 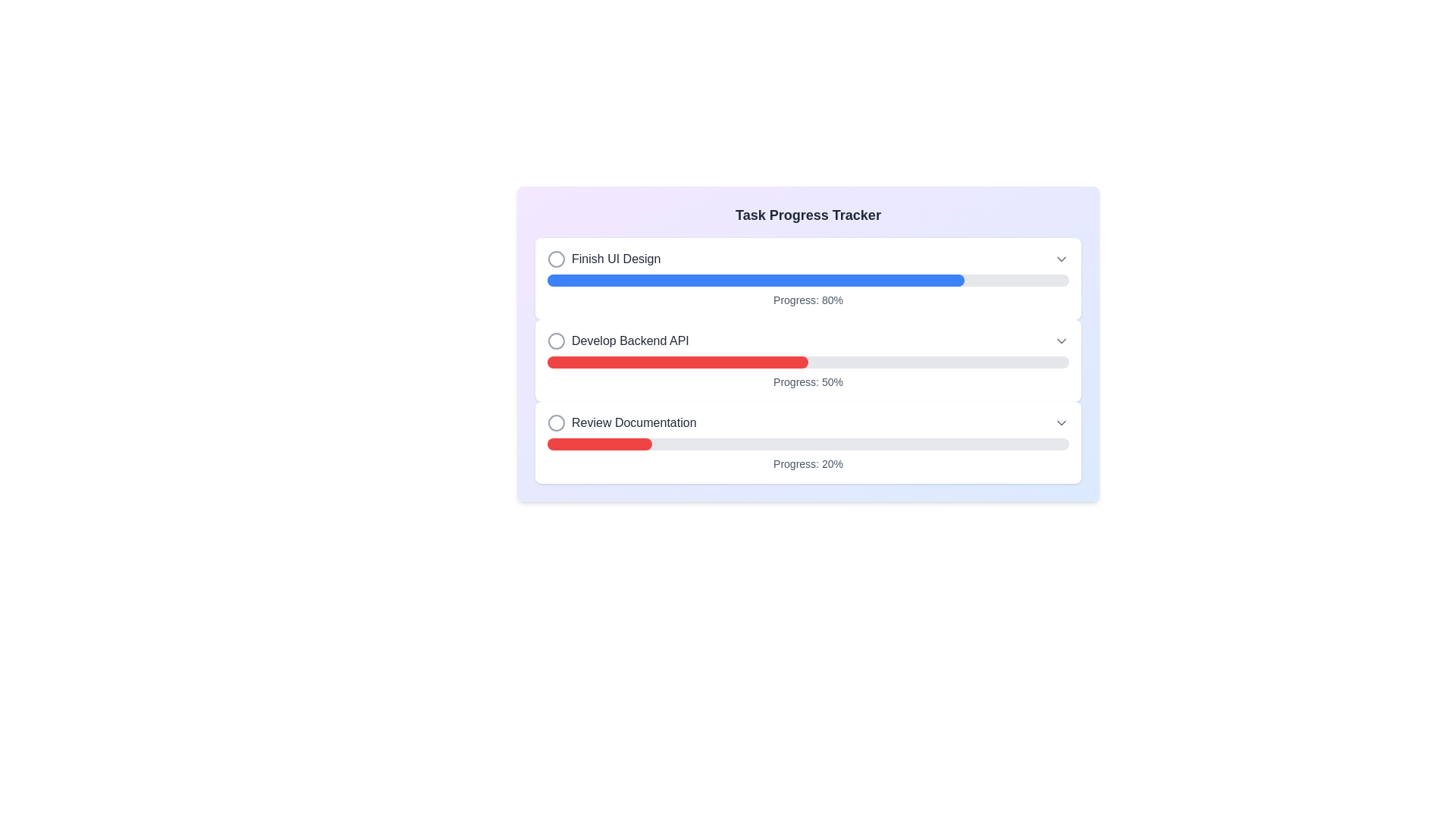 I want to click on the downward-facing chevron icon next to the 'Review Documentation' label in the task progress tracker, so click(x=1061, y=423).